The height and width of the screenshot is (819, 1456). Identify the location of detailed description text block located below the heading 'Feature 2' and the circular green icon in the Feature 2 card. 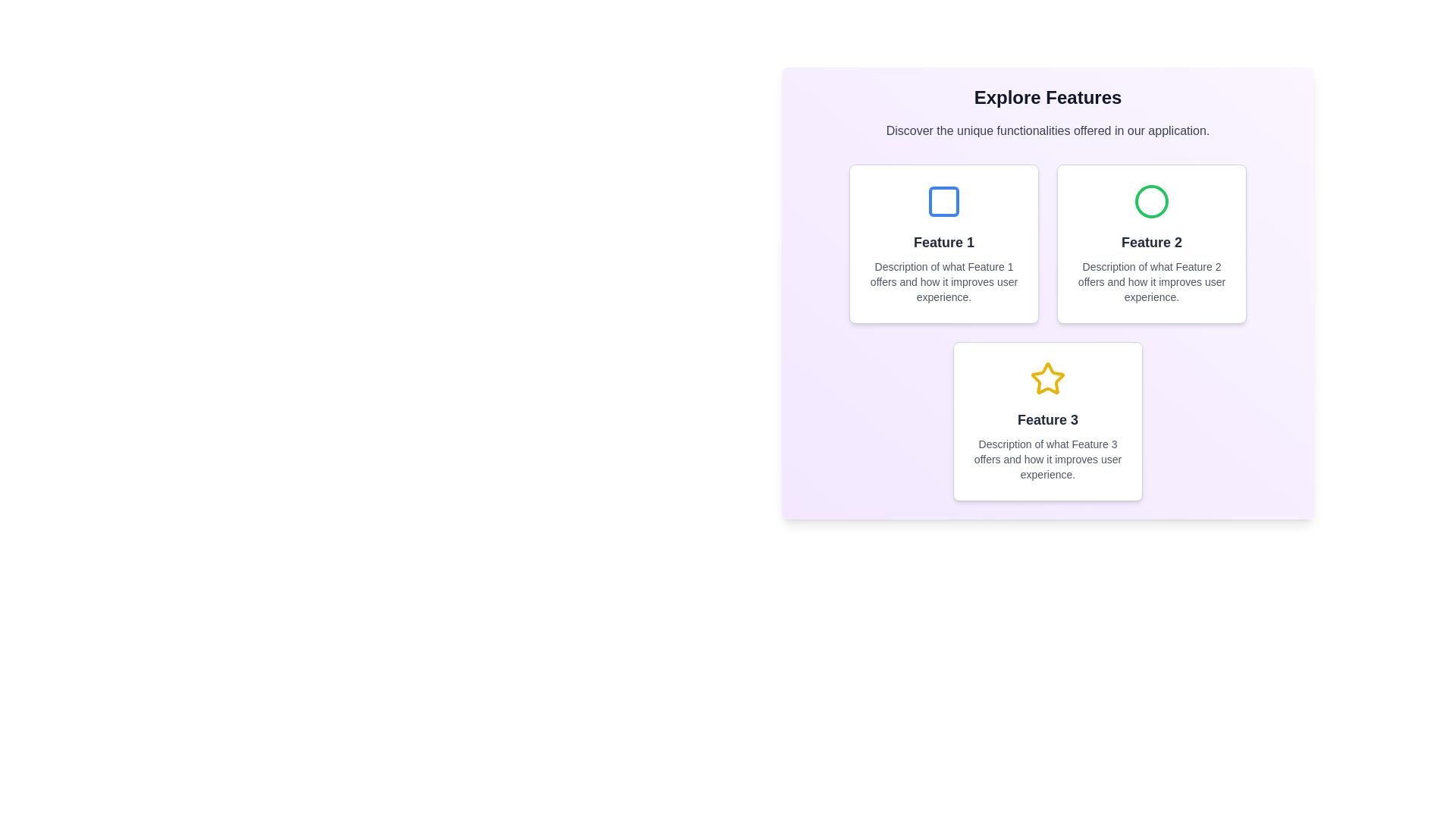
(1151, 281).